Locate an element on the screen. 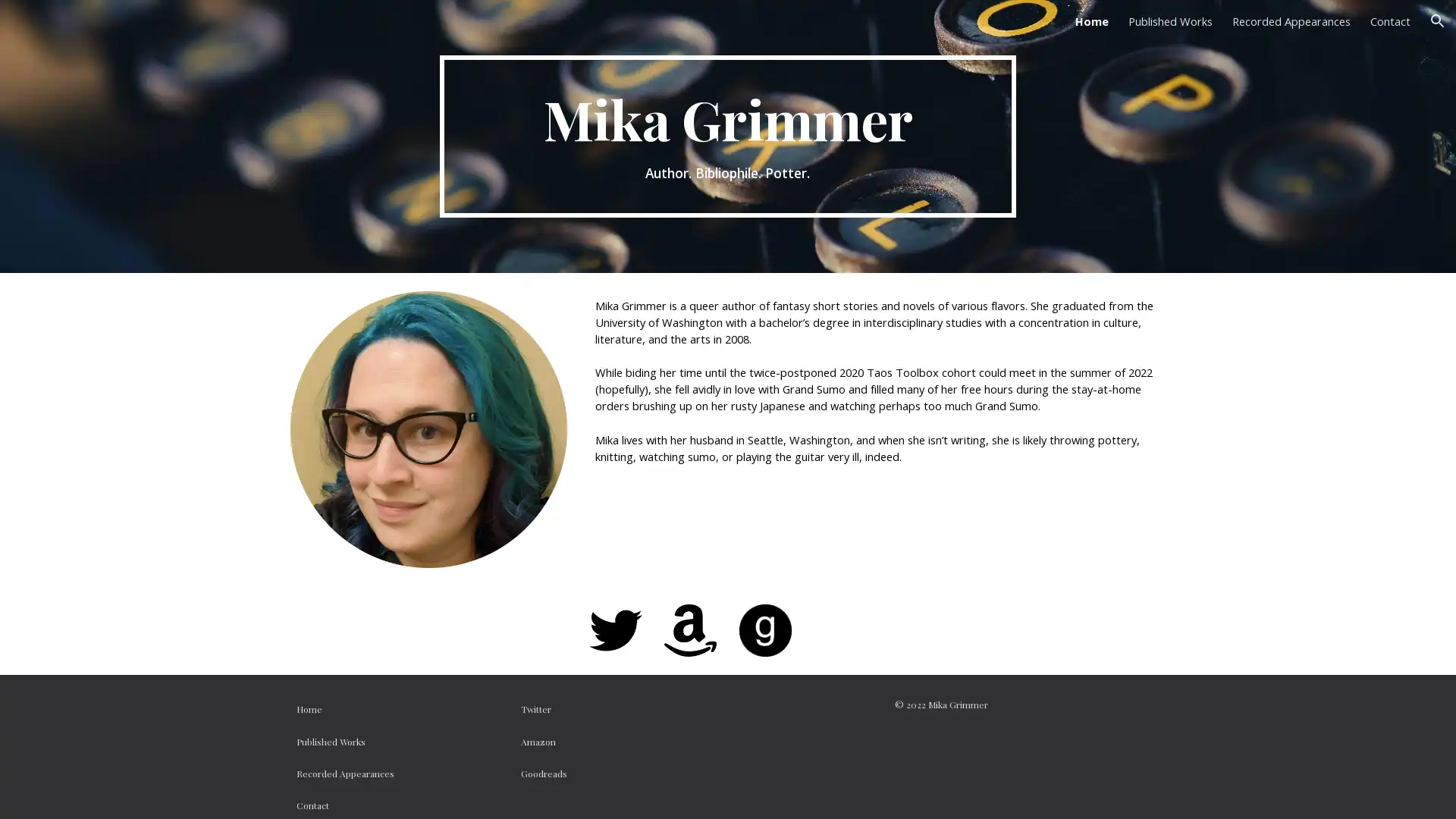 Image resolution: width=1456 pixels, height=819 pixels. Skip to main content is located at coordinates (597, 28).